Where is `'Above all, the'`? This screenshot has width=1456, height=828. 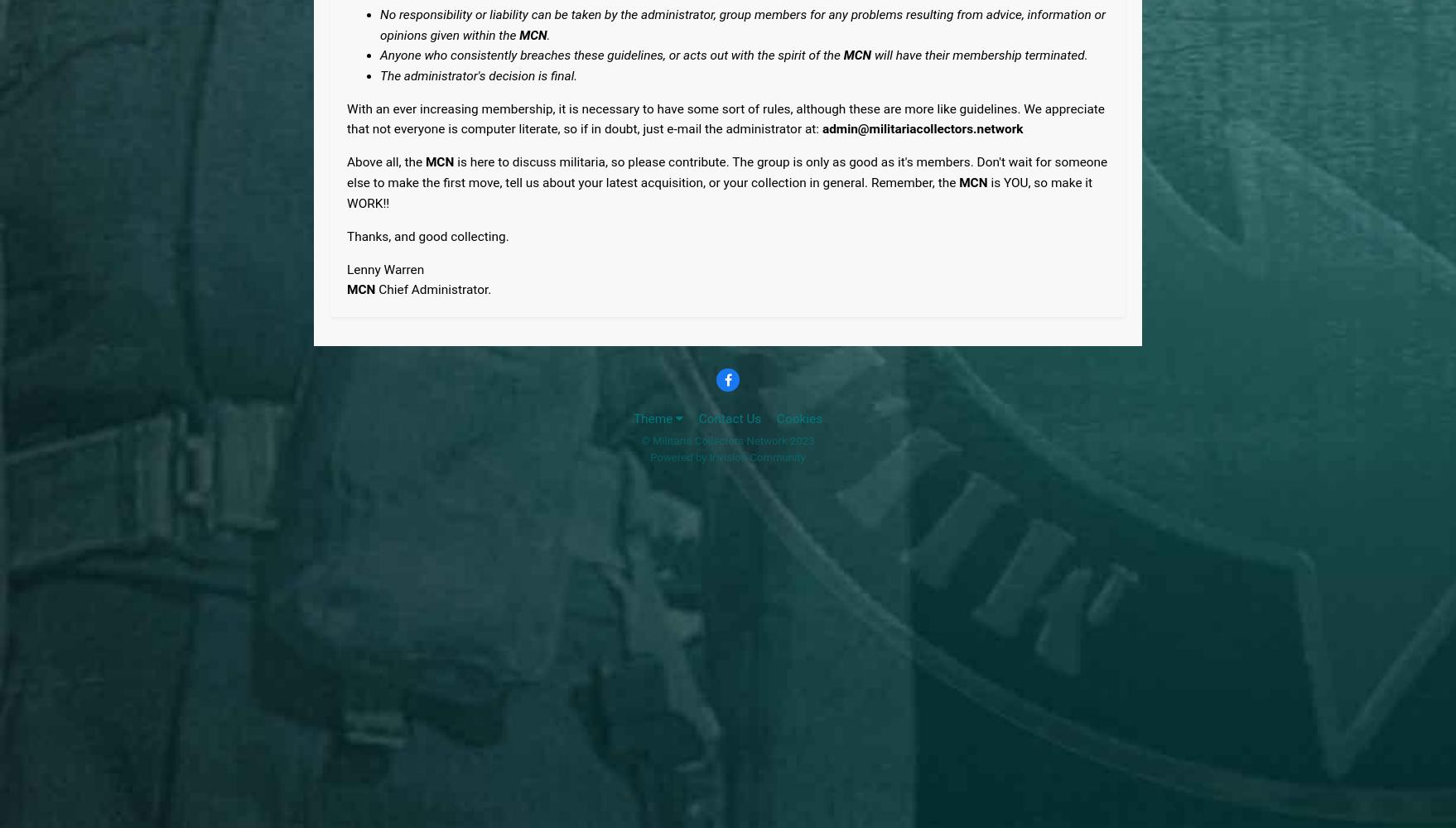 'Above all, the' is located at coordinates (385, 161).